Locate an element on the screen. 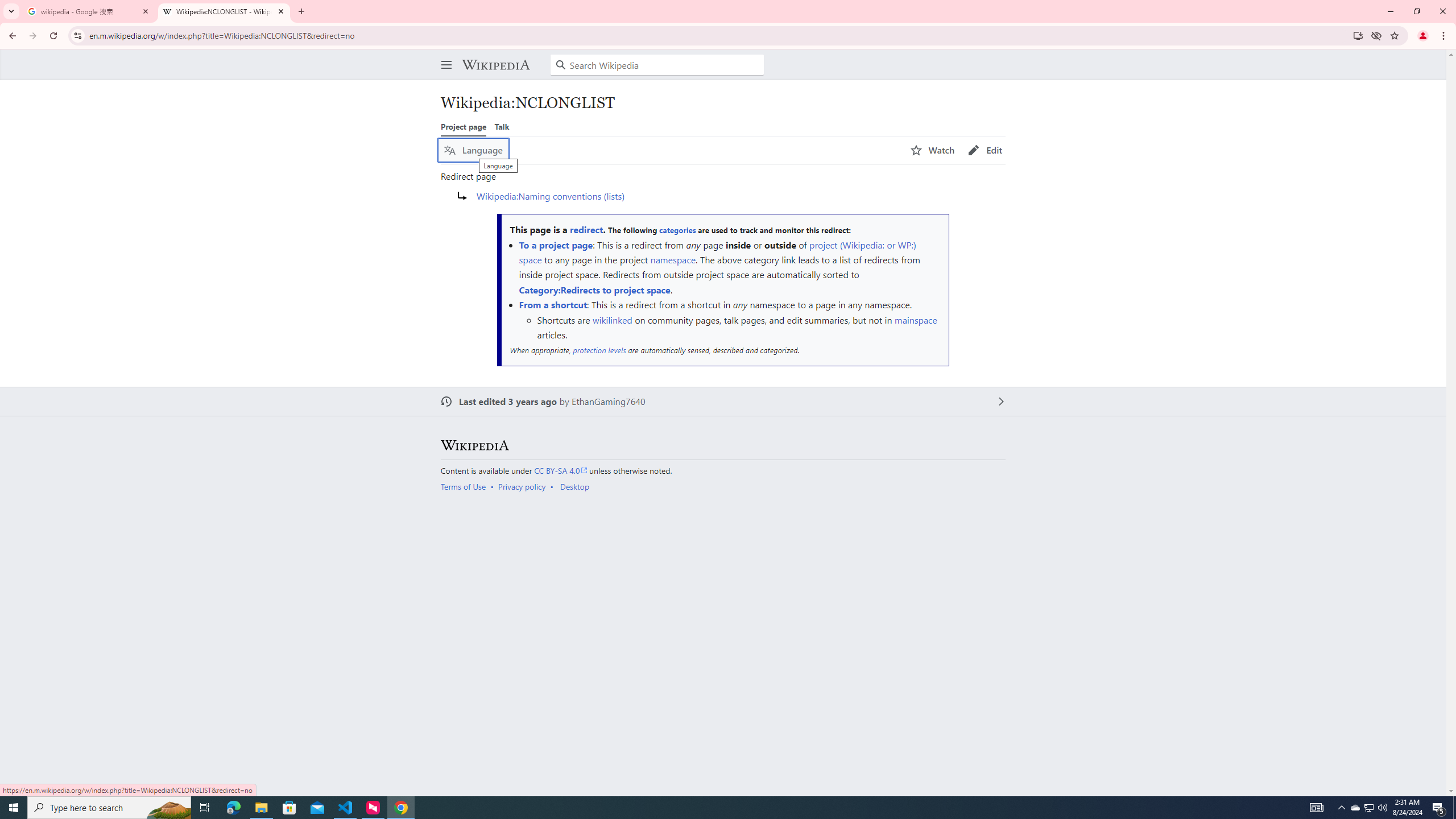  'Wikipedia:NCLONGLIST - Wikipedia' is located at coordinates (224, 11).